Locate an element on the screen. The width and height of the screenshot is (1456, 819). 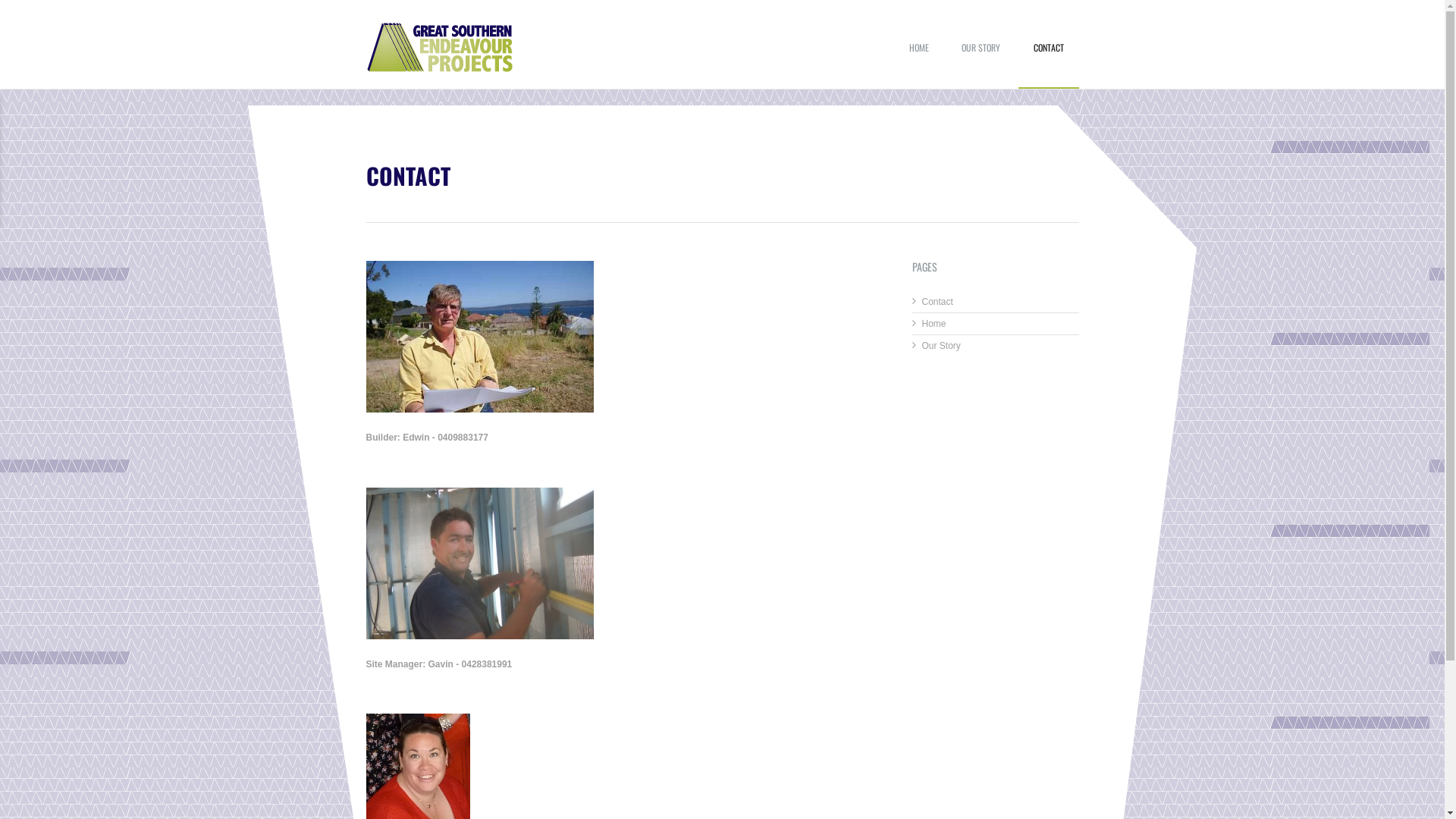
'CONTACT' is located at coordinates (1047, 60).